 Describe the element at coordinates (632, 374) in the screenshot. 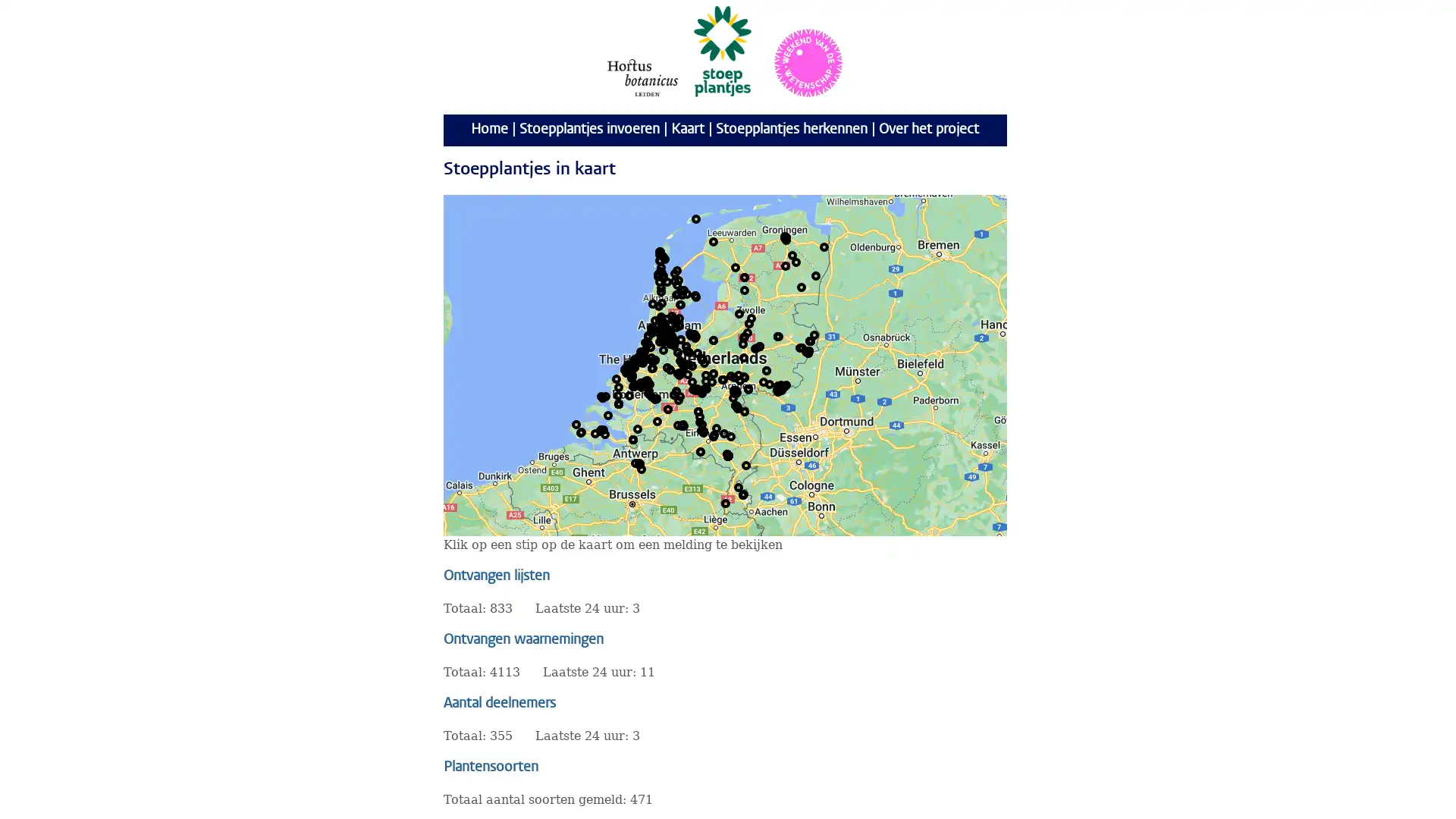

I see `Telling van Aletta op 13 oktober 2021` at that location.